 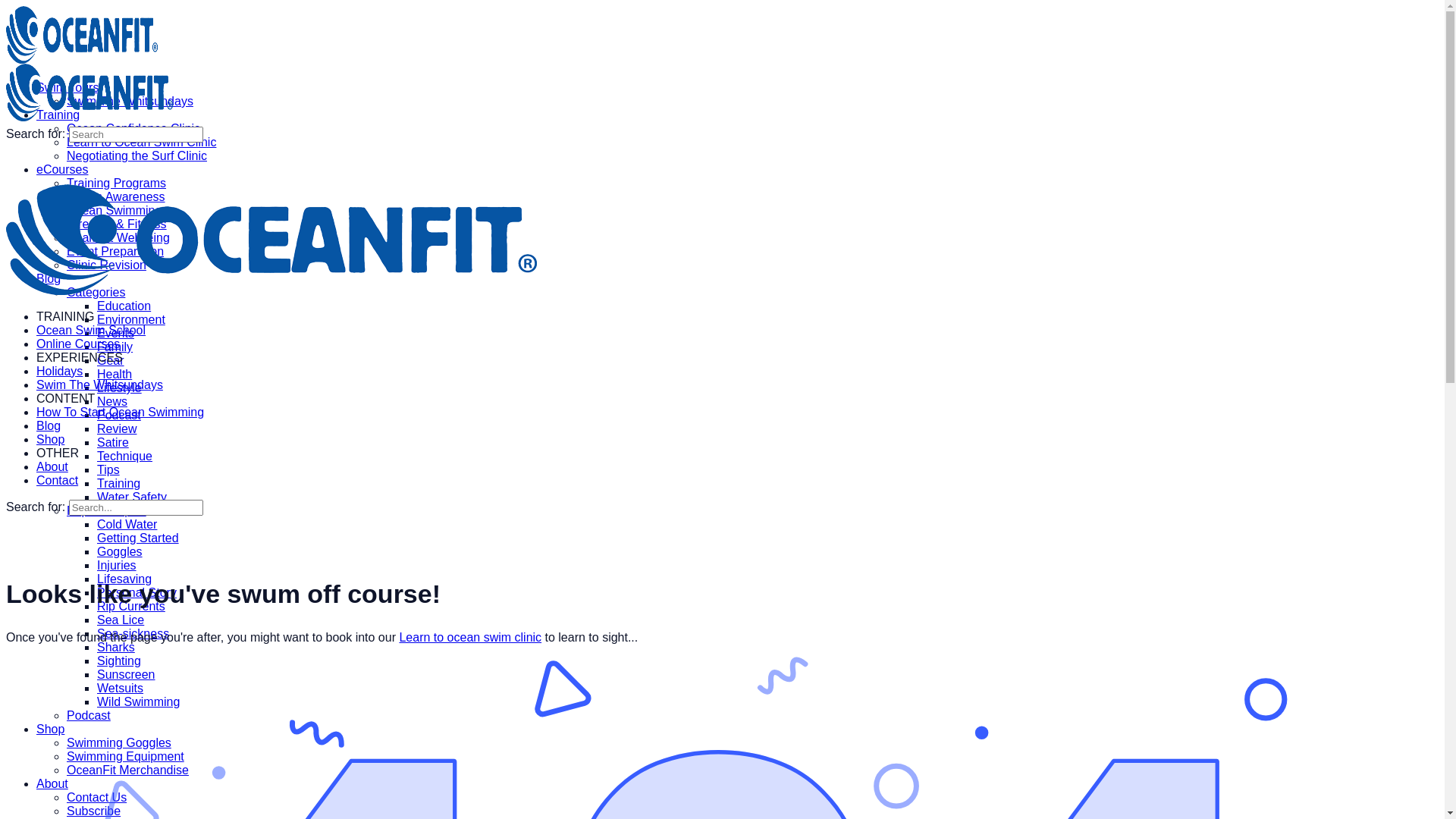 I want to click on 'Ocean Swim School', so click(x=90, y=329).